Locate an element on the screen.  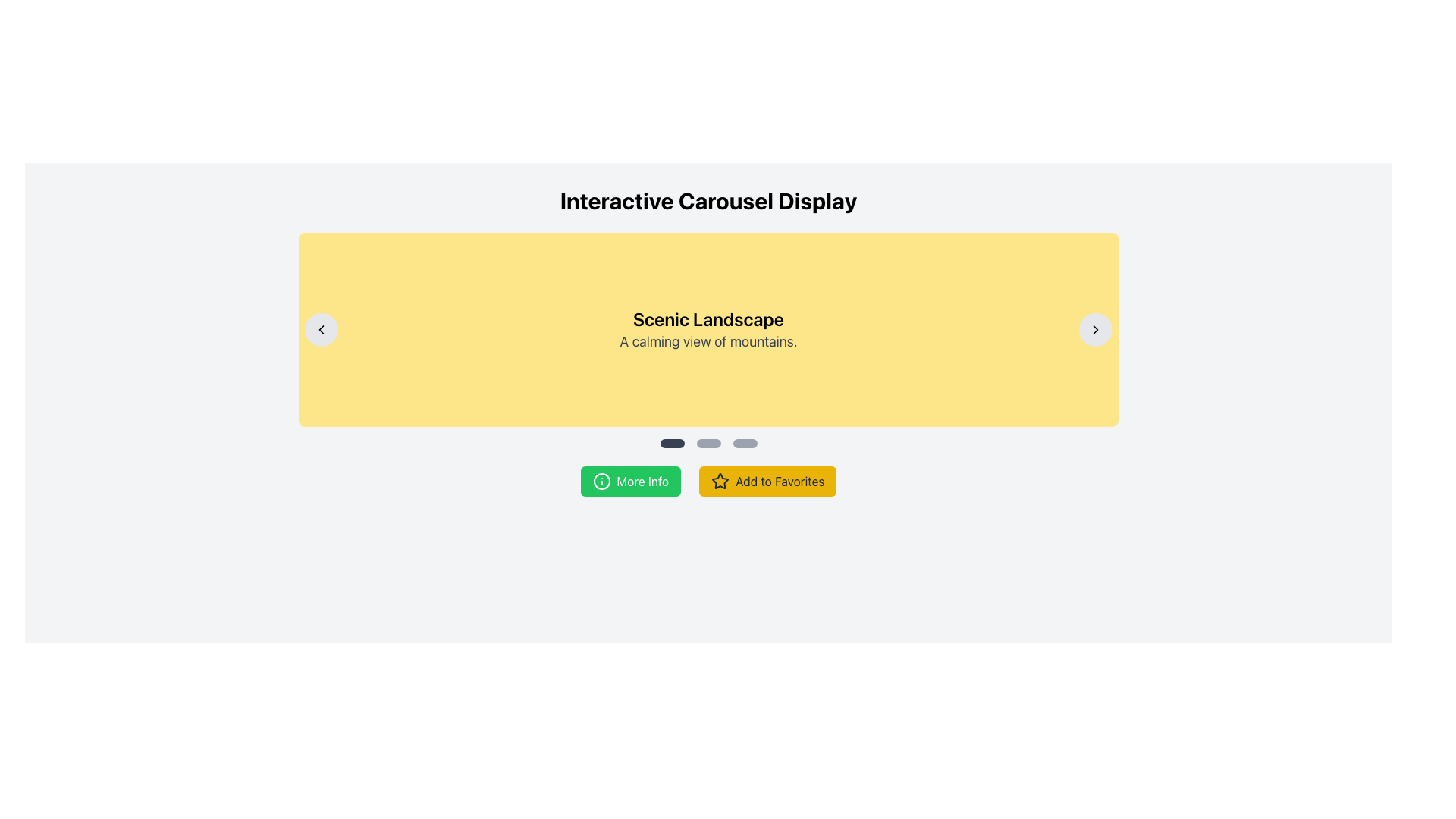
the left navigation arrow icon in the carousel component is located at coordinates (320, 329).